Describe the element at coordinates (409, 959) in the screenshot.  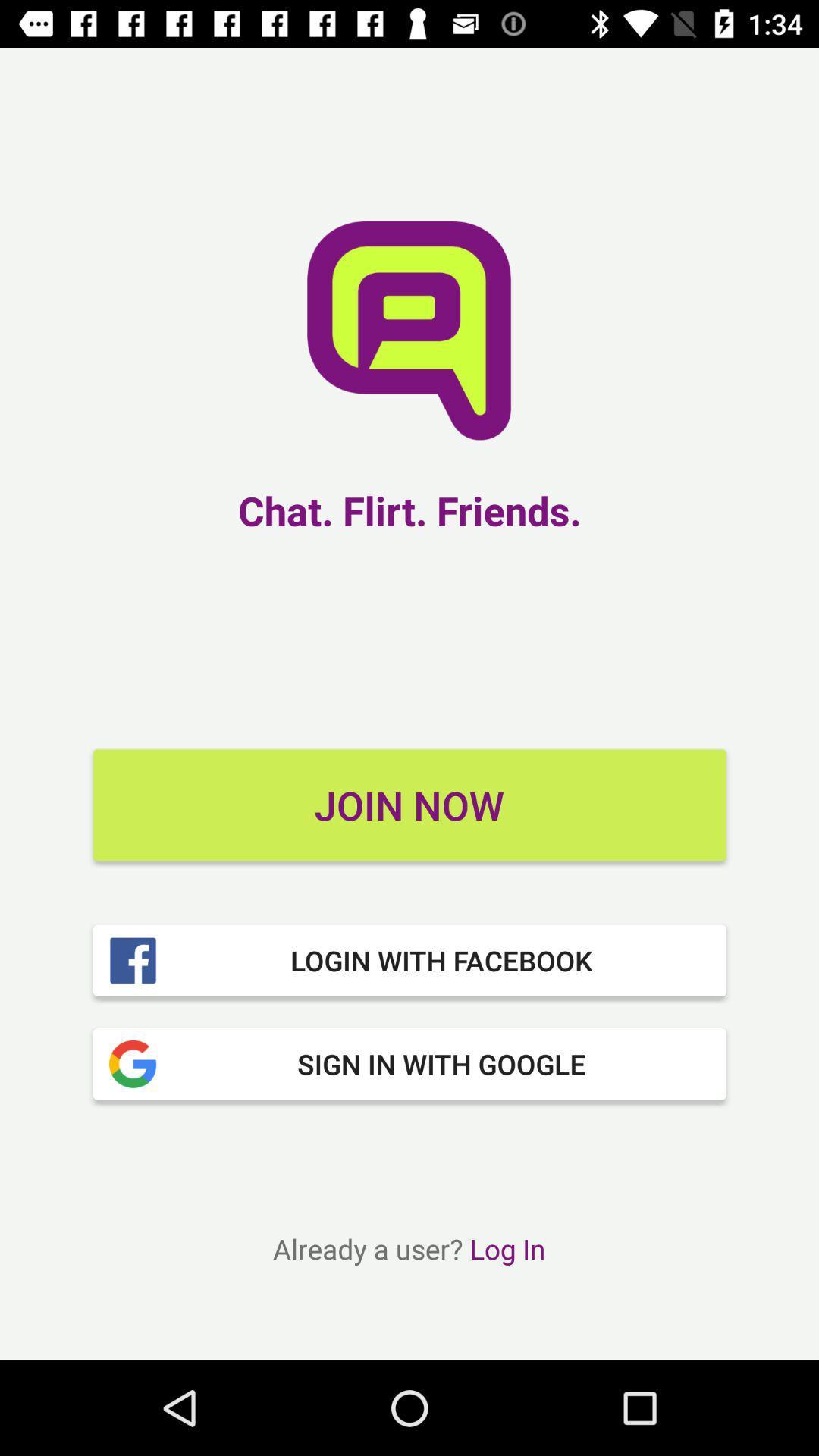
I see `the icon below the join now icon` at that location.